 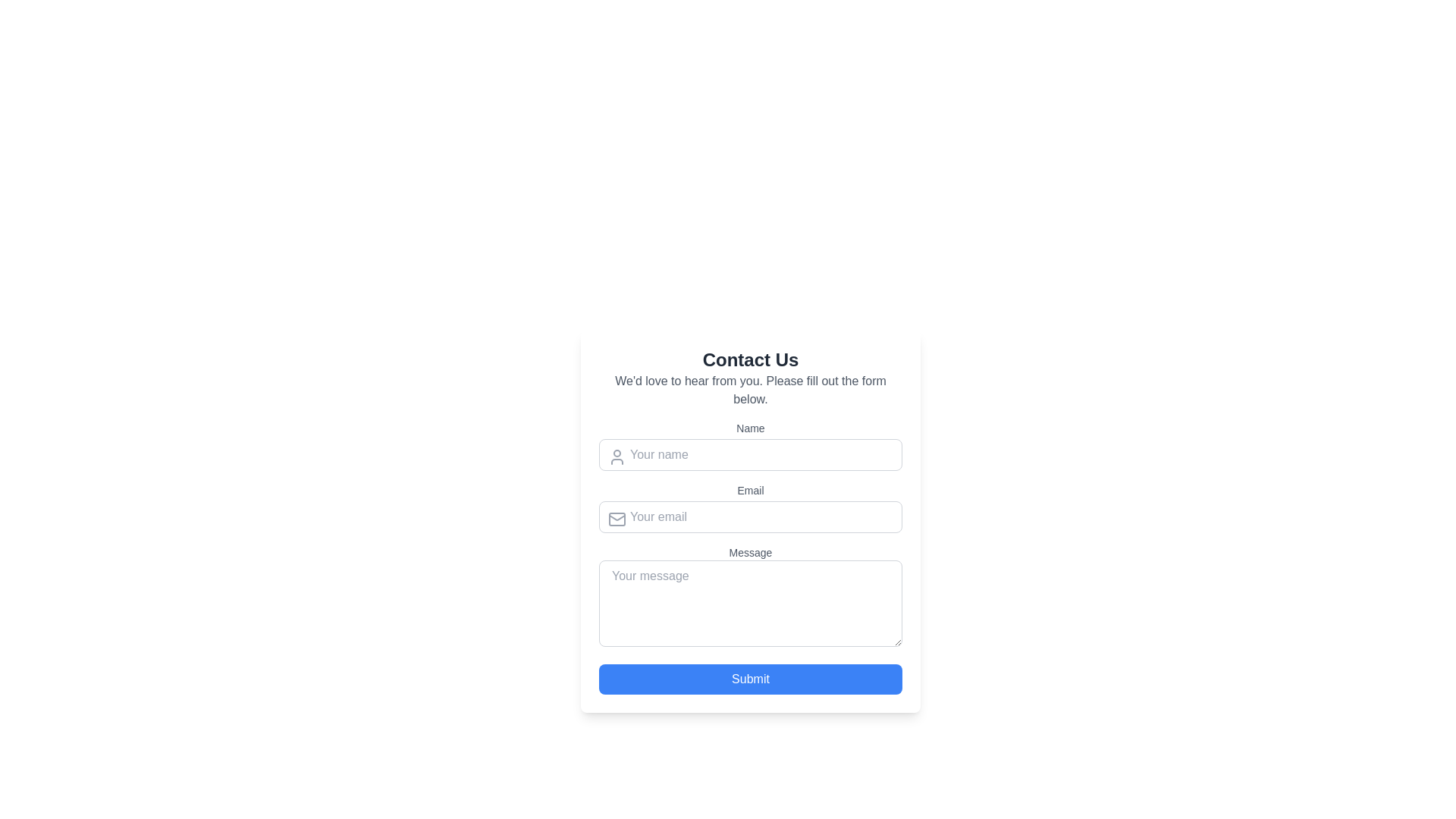 What do you see at coordinates (750, 520) in the screenshot?
I see `the 'Name' input field within the 'Contact Us' form panel` at bounding box center [750, 520].